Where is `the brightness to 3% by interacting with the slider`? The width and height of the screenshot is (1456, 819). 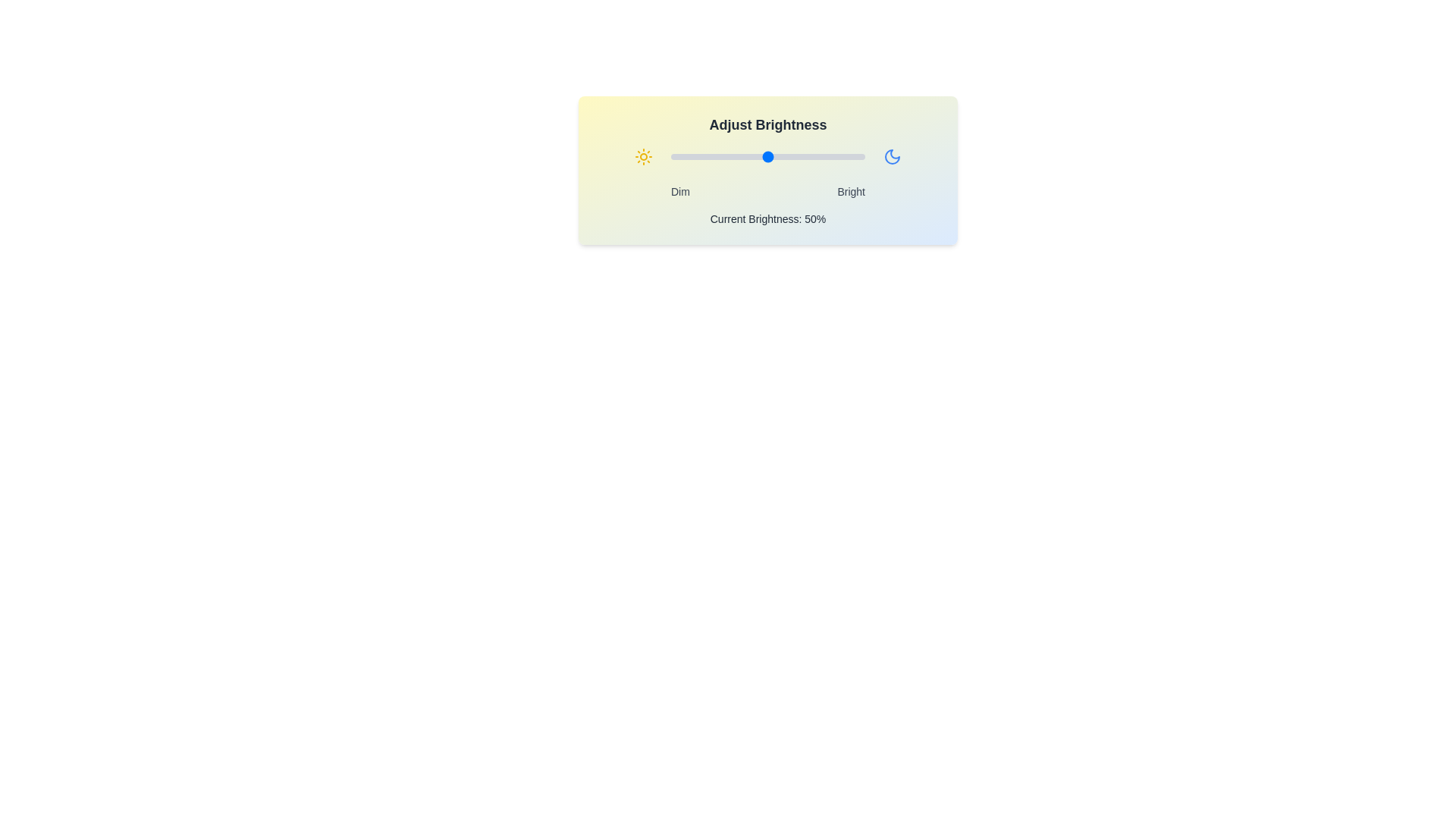 the brightness to 3% by interacting with the slider is located at coordinates (676, 157).